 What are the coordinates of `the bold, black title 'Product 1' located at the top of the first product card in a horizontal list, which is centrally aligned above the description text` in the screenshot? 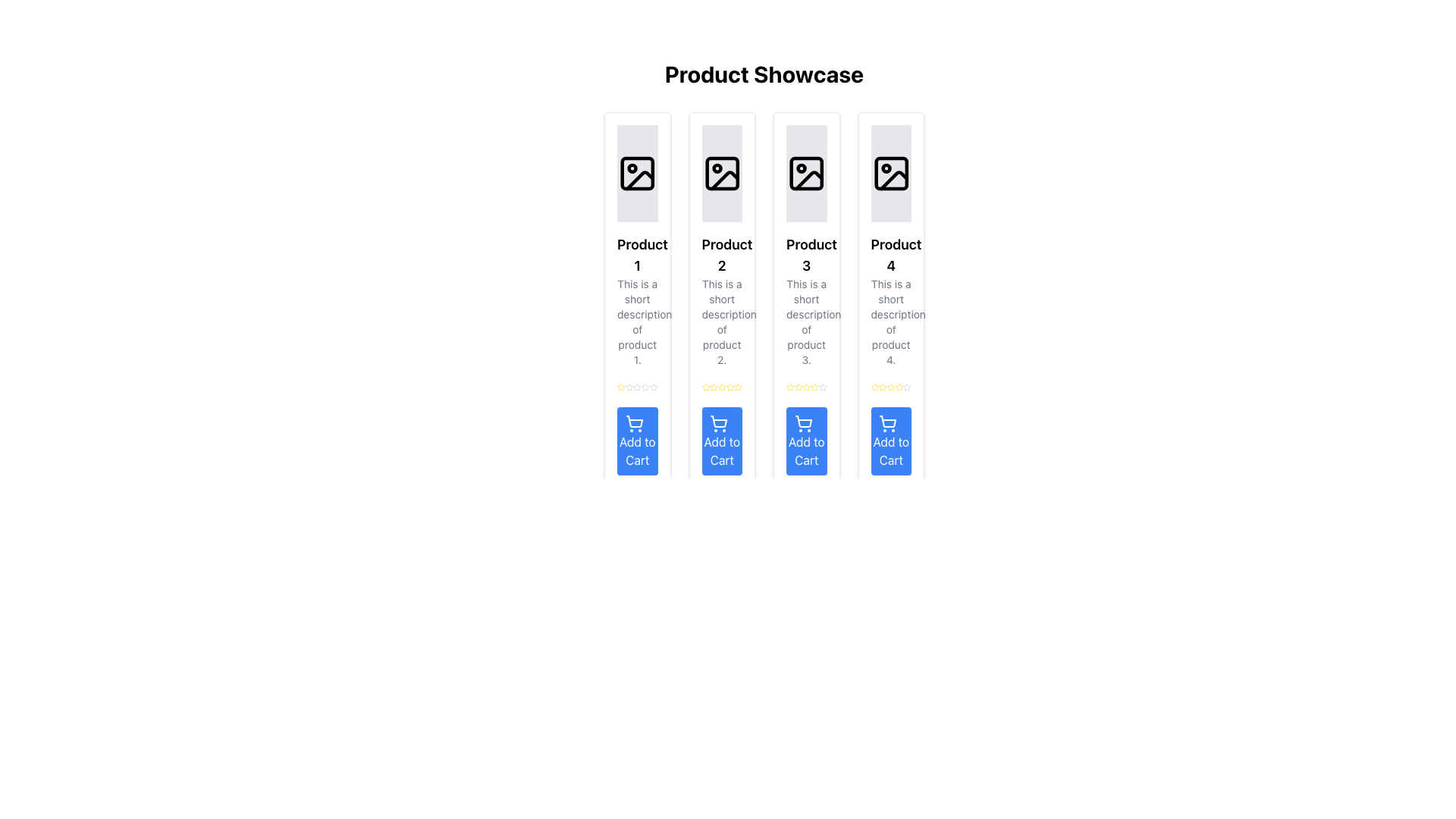 It's located at (637, 254).